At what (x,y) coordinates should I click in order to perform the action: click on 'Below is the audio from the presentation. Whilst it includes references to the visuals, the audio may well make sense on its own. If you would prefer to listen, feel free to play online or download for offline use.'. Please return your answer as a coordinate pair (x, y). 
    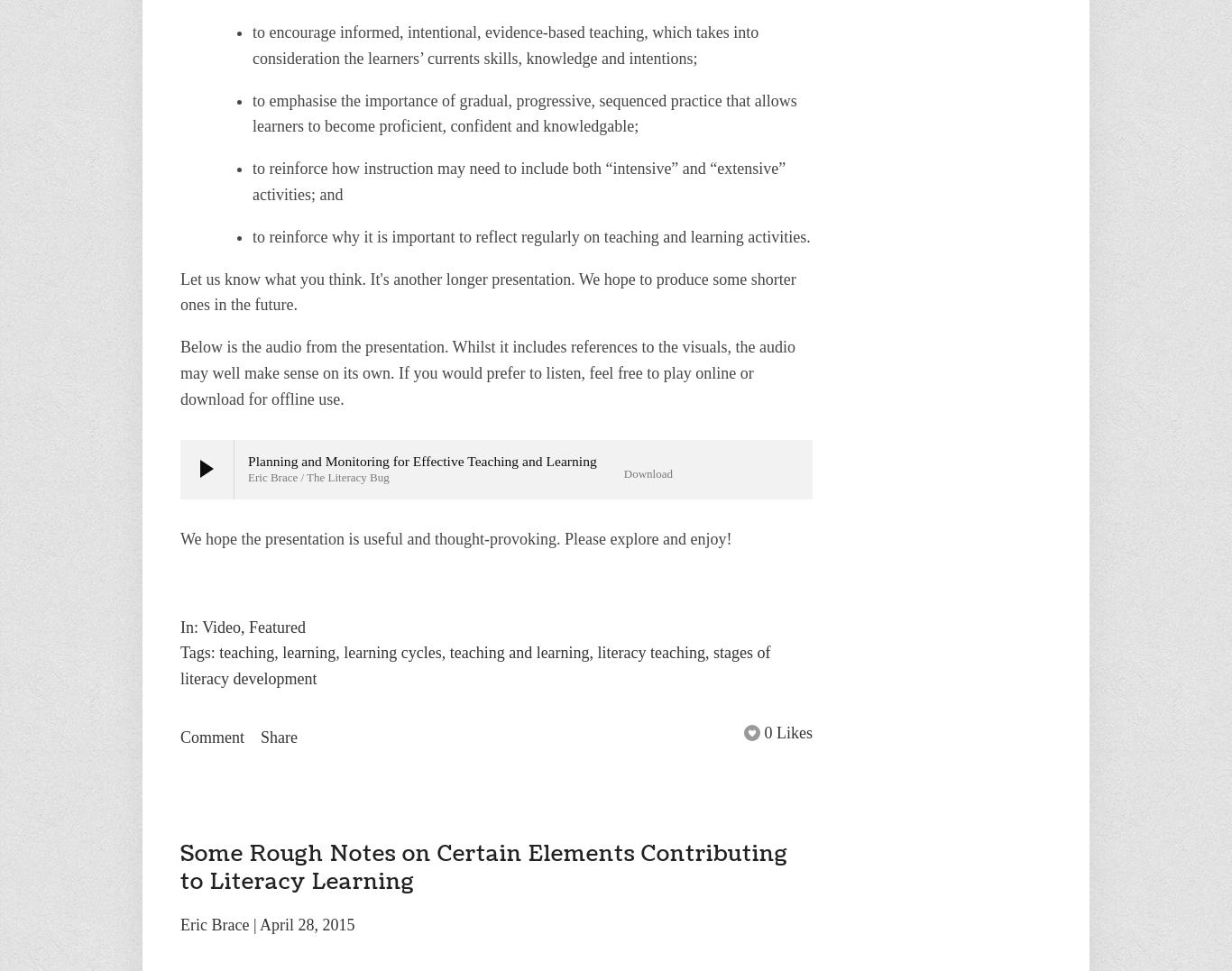
    Looking at the image, I should click on (487, 372).